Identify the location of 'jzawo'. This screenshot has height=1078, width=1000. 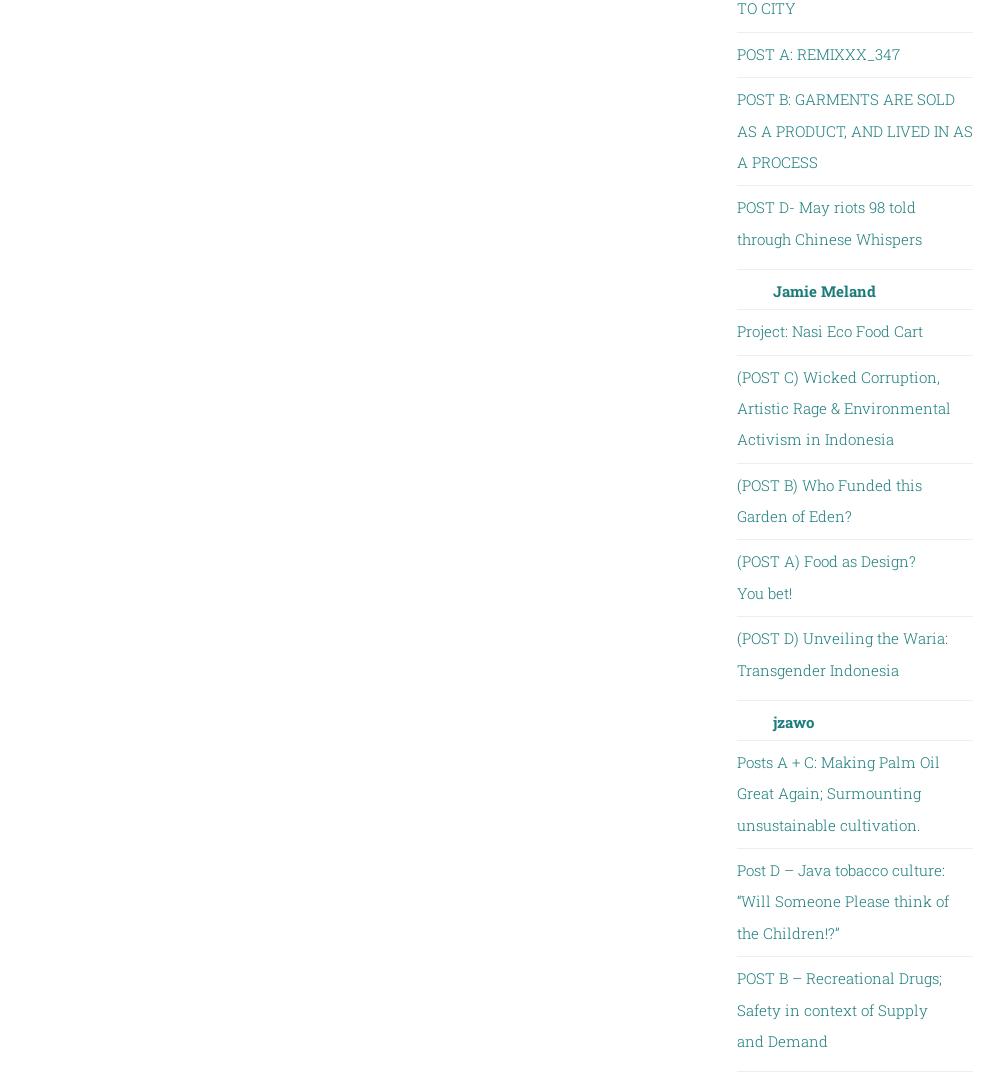
(792, 719).